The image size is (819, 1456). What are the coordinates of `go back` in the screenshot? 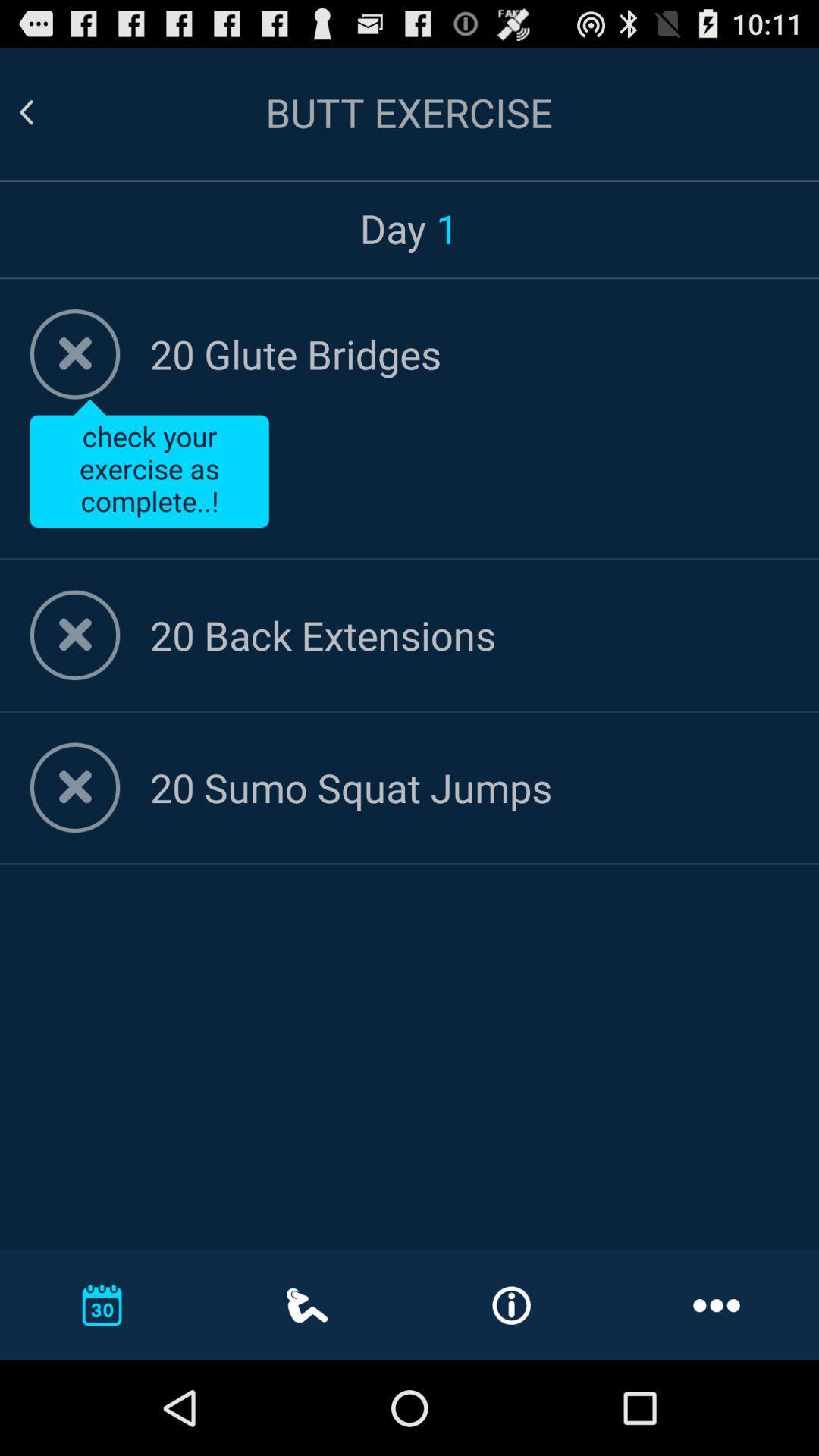 It's located at (44, 111).